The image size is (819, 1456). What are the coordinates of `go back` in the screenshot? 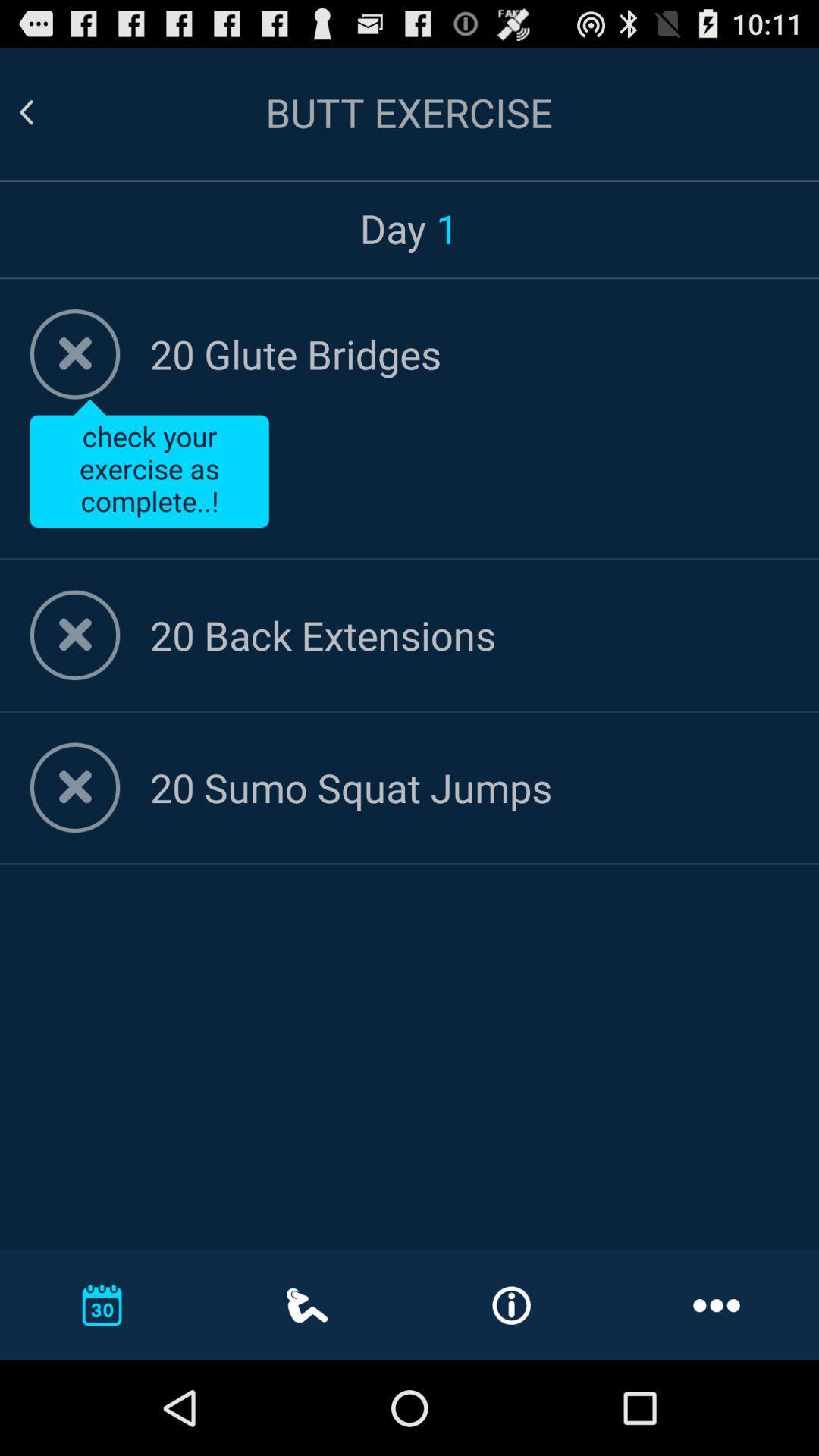 It's located at (44, 111).